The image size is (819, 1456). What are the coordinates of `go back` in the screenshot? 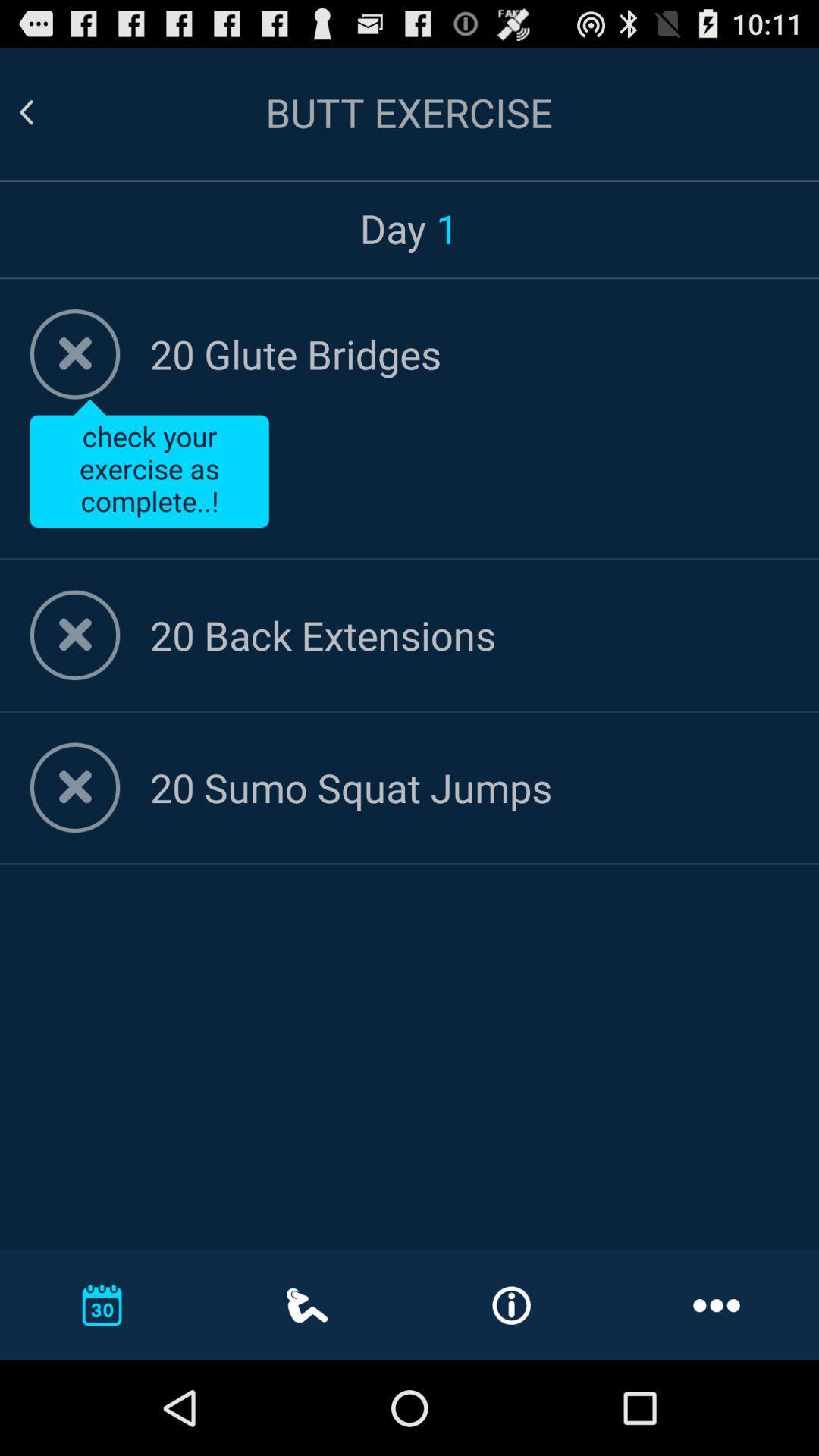 It's located at (44, 111).